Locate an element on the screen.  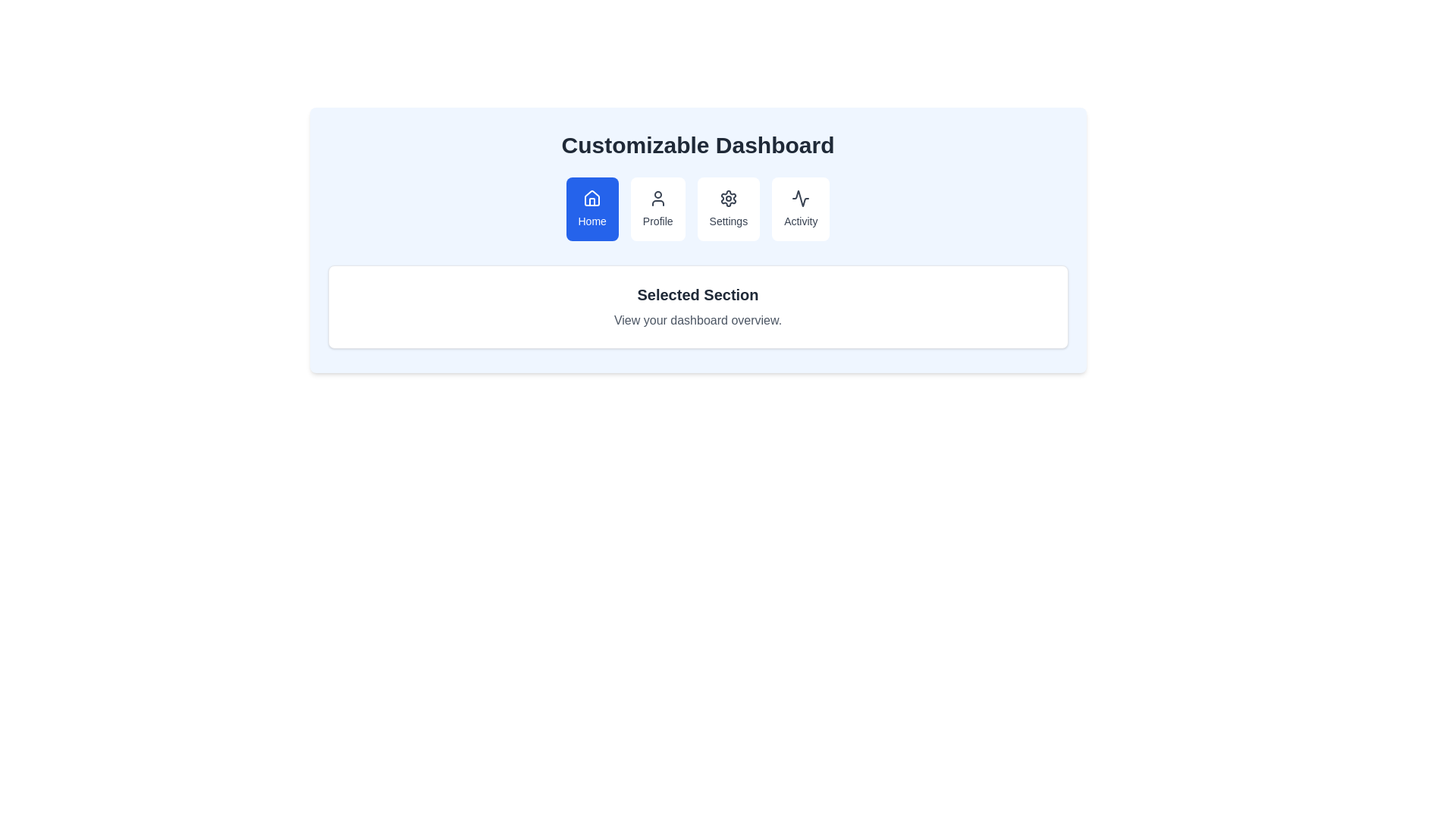
the static text label indicating the functionality of the Settings button located under the gear icon in the third button of the horizontal row is located at coordinates (728, 221).